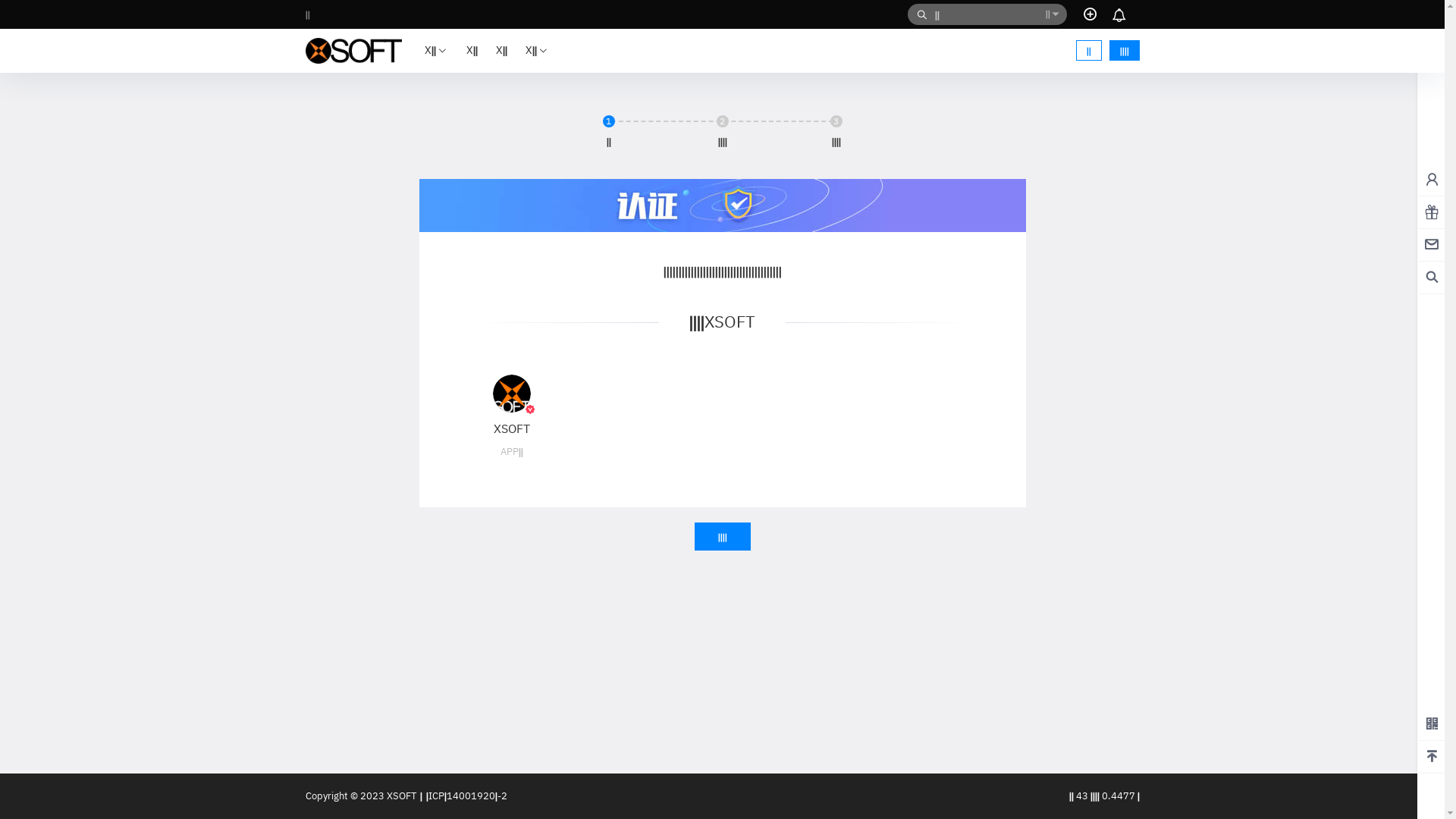  Describe the element at coordinates (494, 428) in the screenshot. I see `'XSOFT'` at that location.